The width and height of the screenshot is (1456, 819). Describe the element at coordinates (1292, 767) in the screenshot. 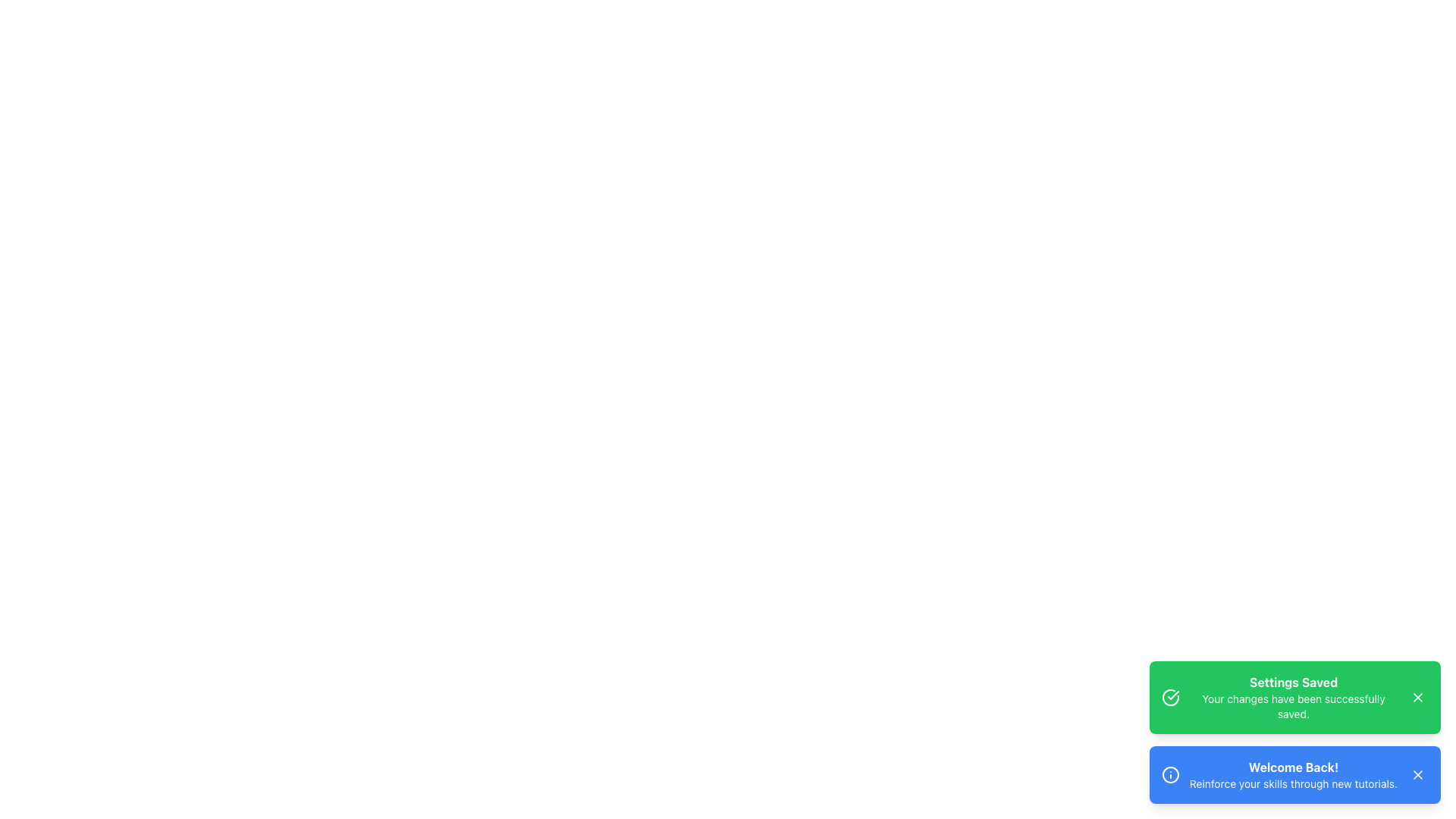

I see `the title text in the blue notification banner that welcomes the user, located above the text 'Reinforce your skills through new tutorials.'` at that location.